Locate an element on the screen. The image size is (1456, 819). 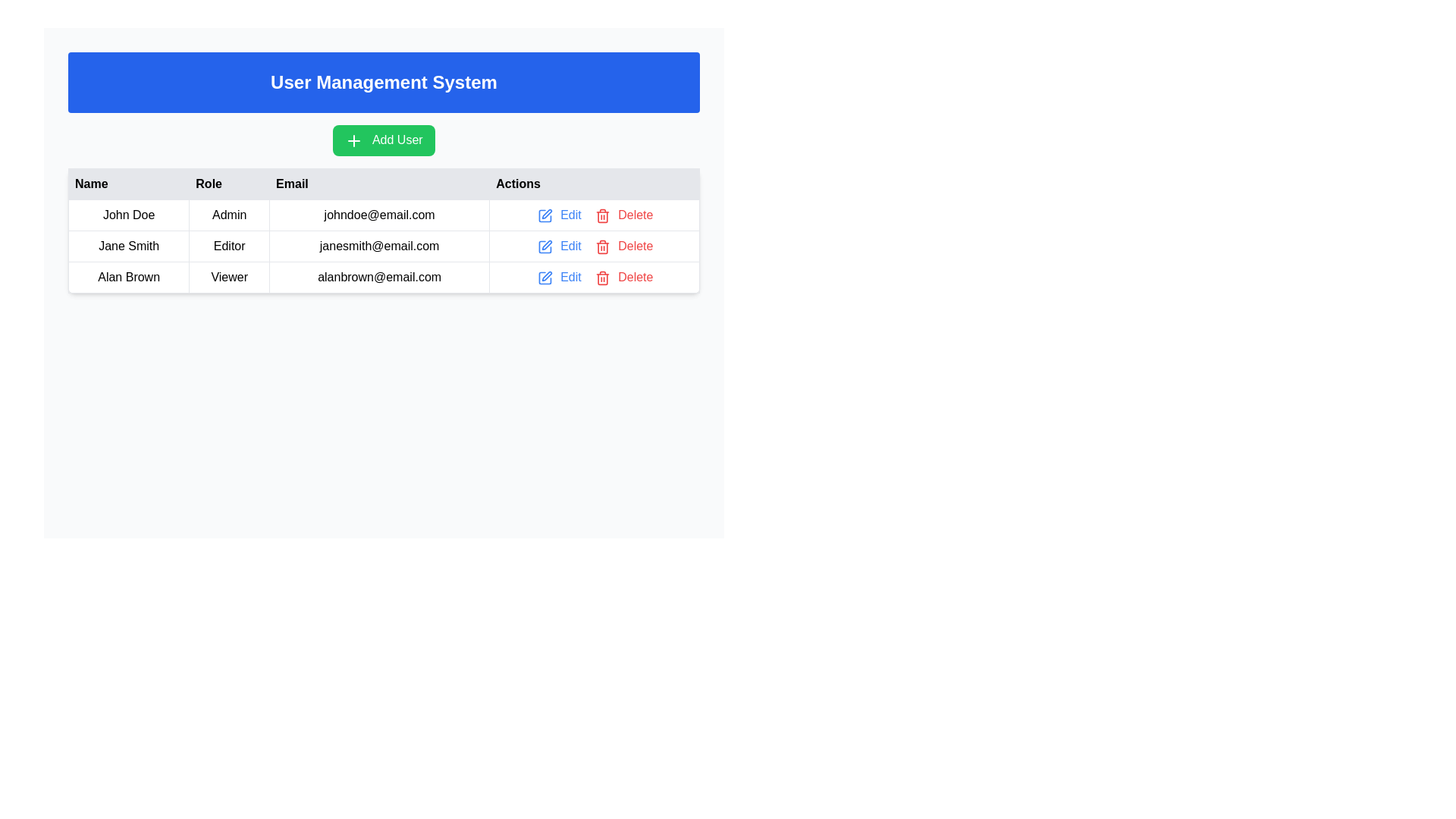
the 'Edit' button with a pencil icon located in the 'Actions' column of the second row in the user management table is located at coordinates (557, 245).